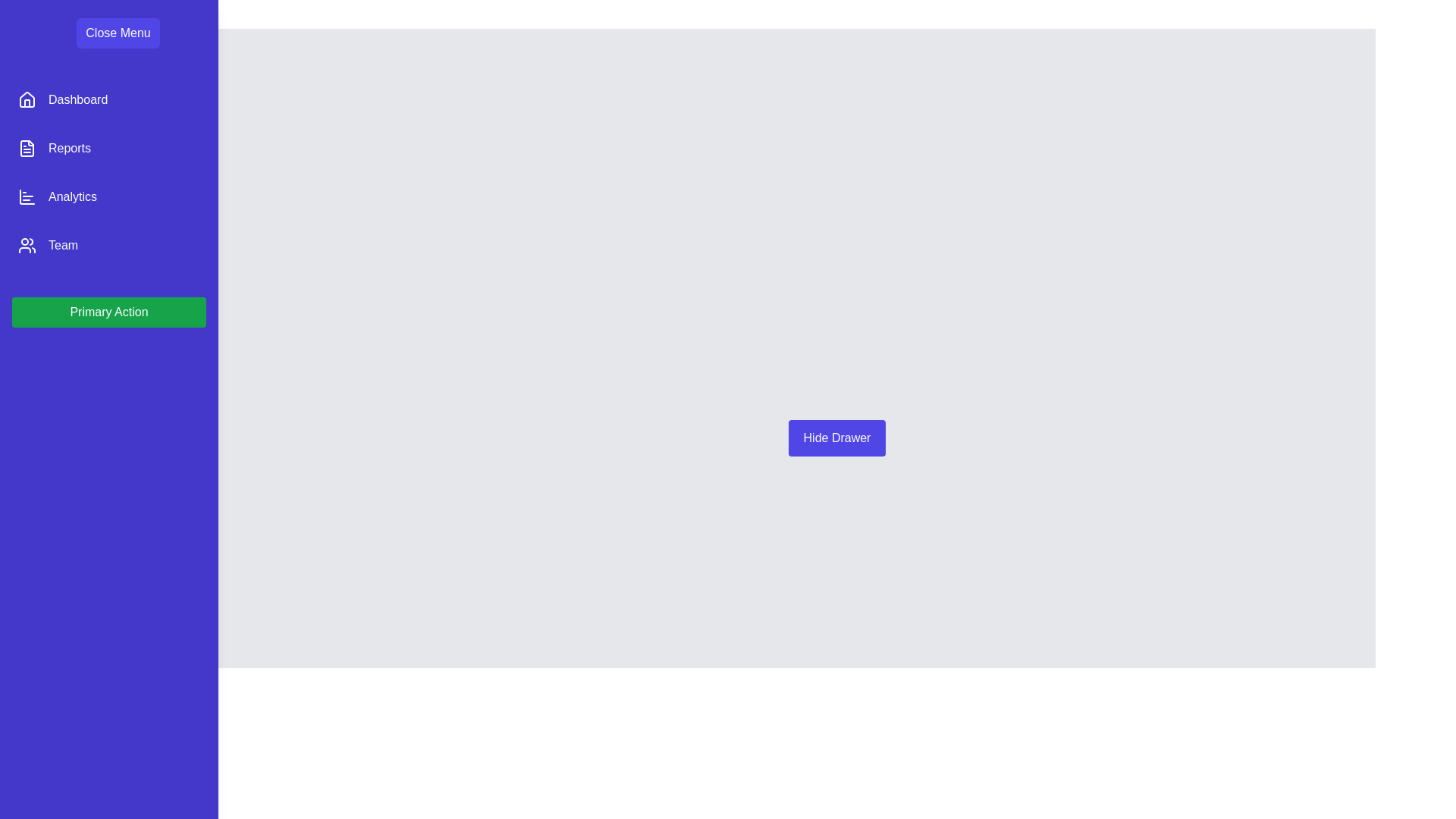  I want to click on the menu item Analytics in the sidebar, so click(108, 196).